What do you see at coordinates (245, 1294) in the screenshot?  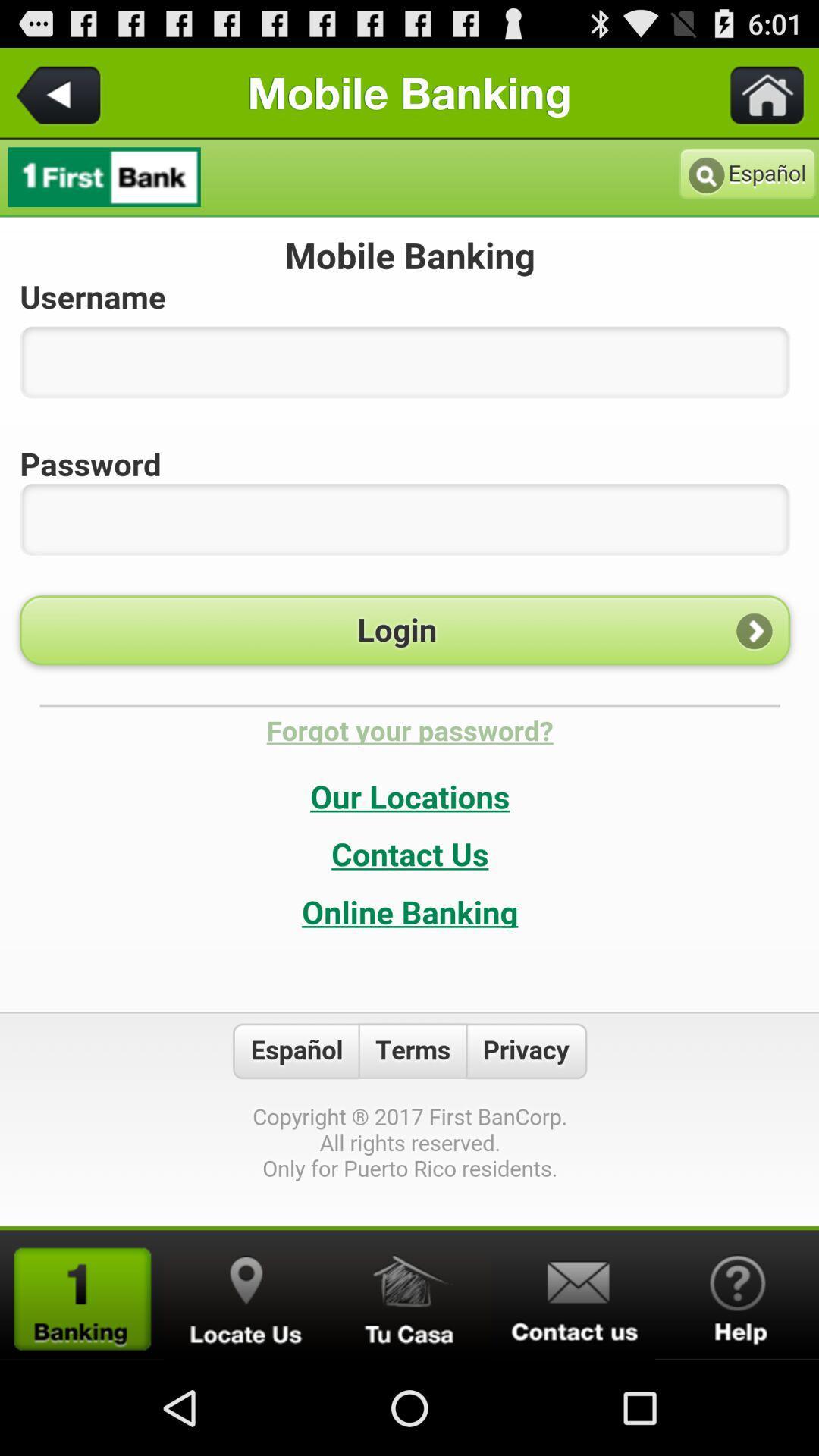 I see `search the location` at bounding box center [245, 1294].